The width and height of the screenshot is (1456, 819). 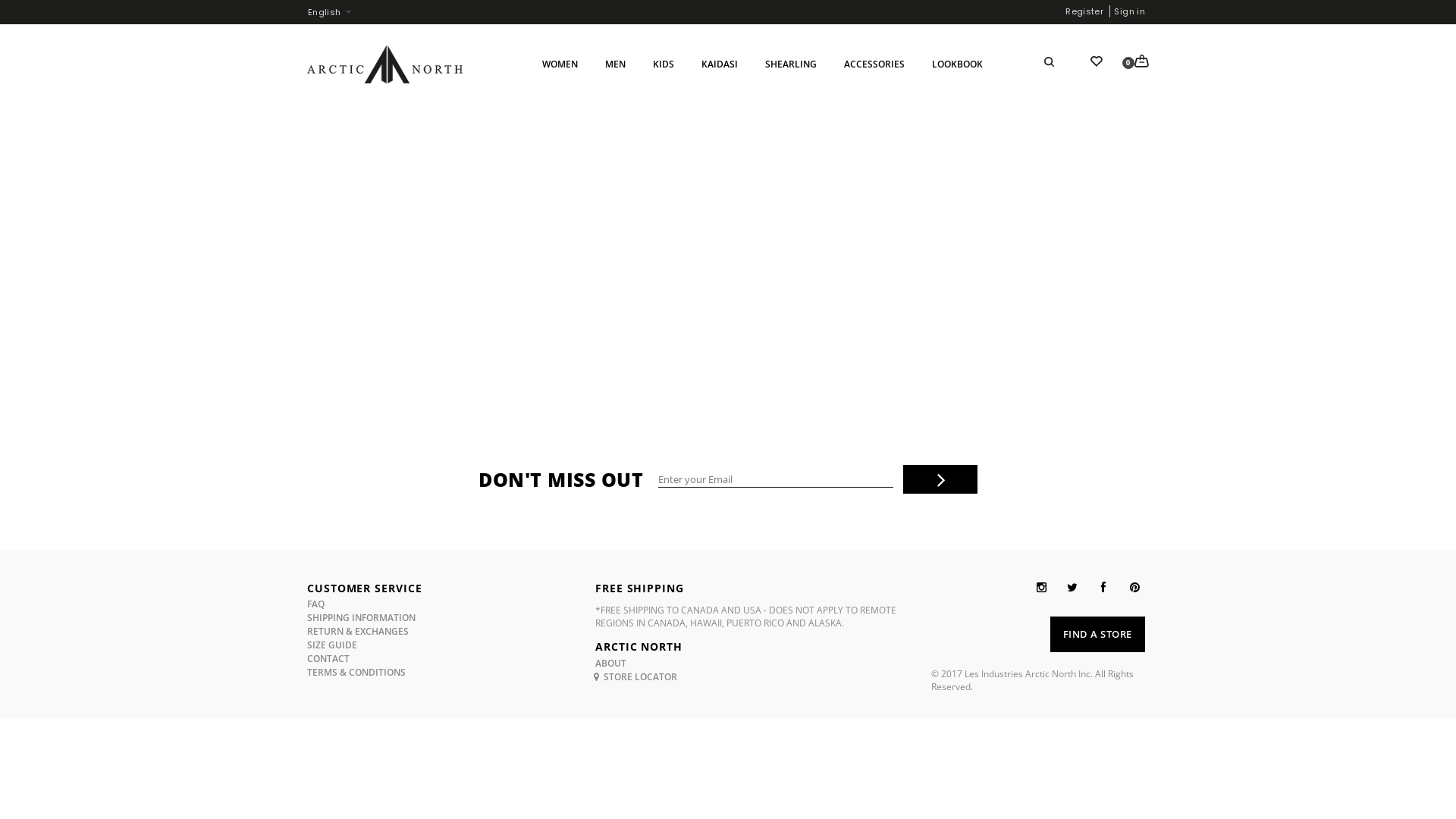 I want to click on 'Arctic North', so click(x=384, y=63).